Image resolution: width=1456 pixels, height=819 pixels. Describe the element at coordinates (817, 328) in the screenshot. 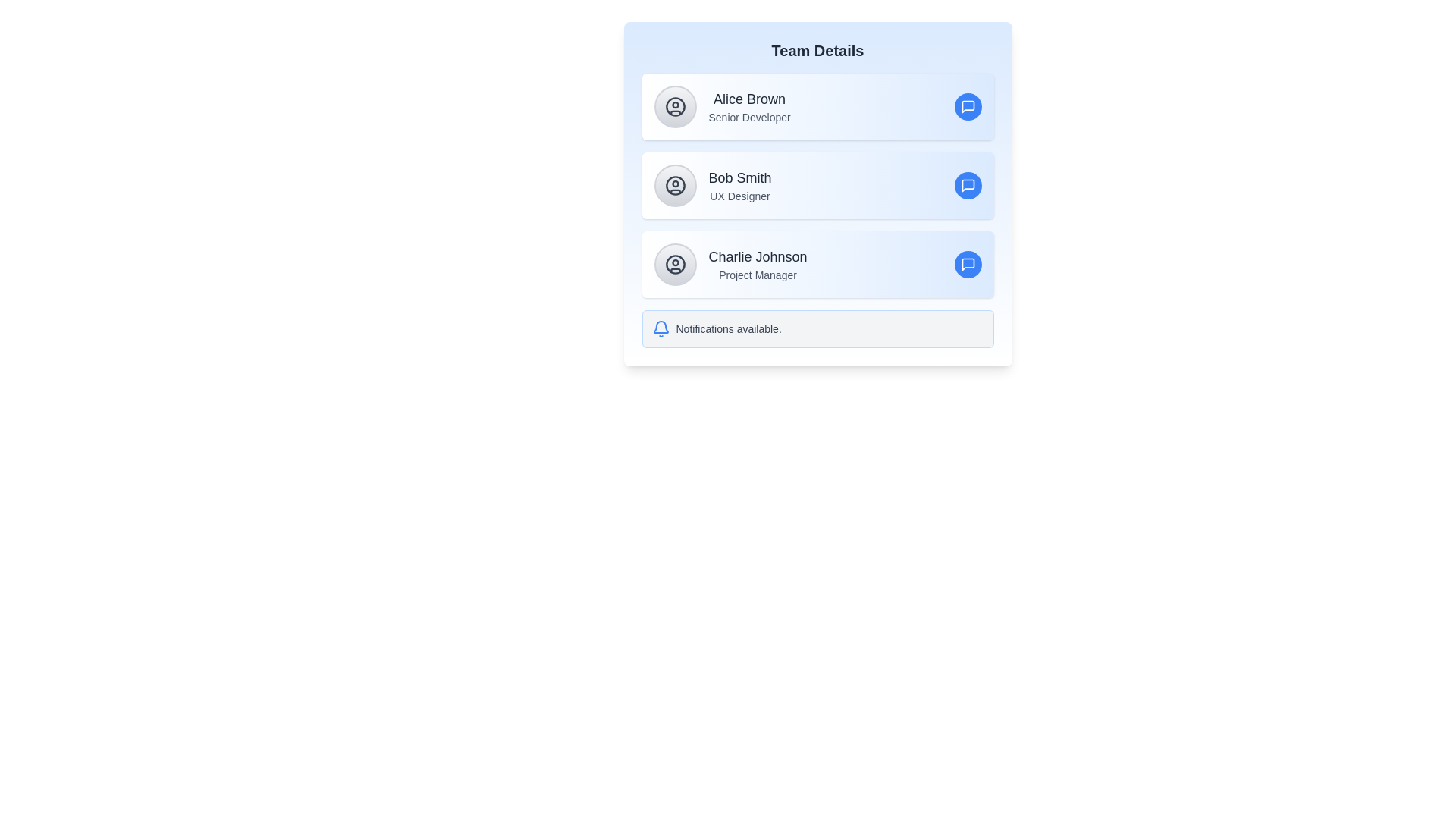

I see `the static informational notification box located at the bottom of the 'Team Details' section, which displays notifications for the user` at that location.